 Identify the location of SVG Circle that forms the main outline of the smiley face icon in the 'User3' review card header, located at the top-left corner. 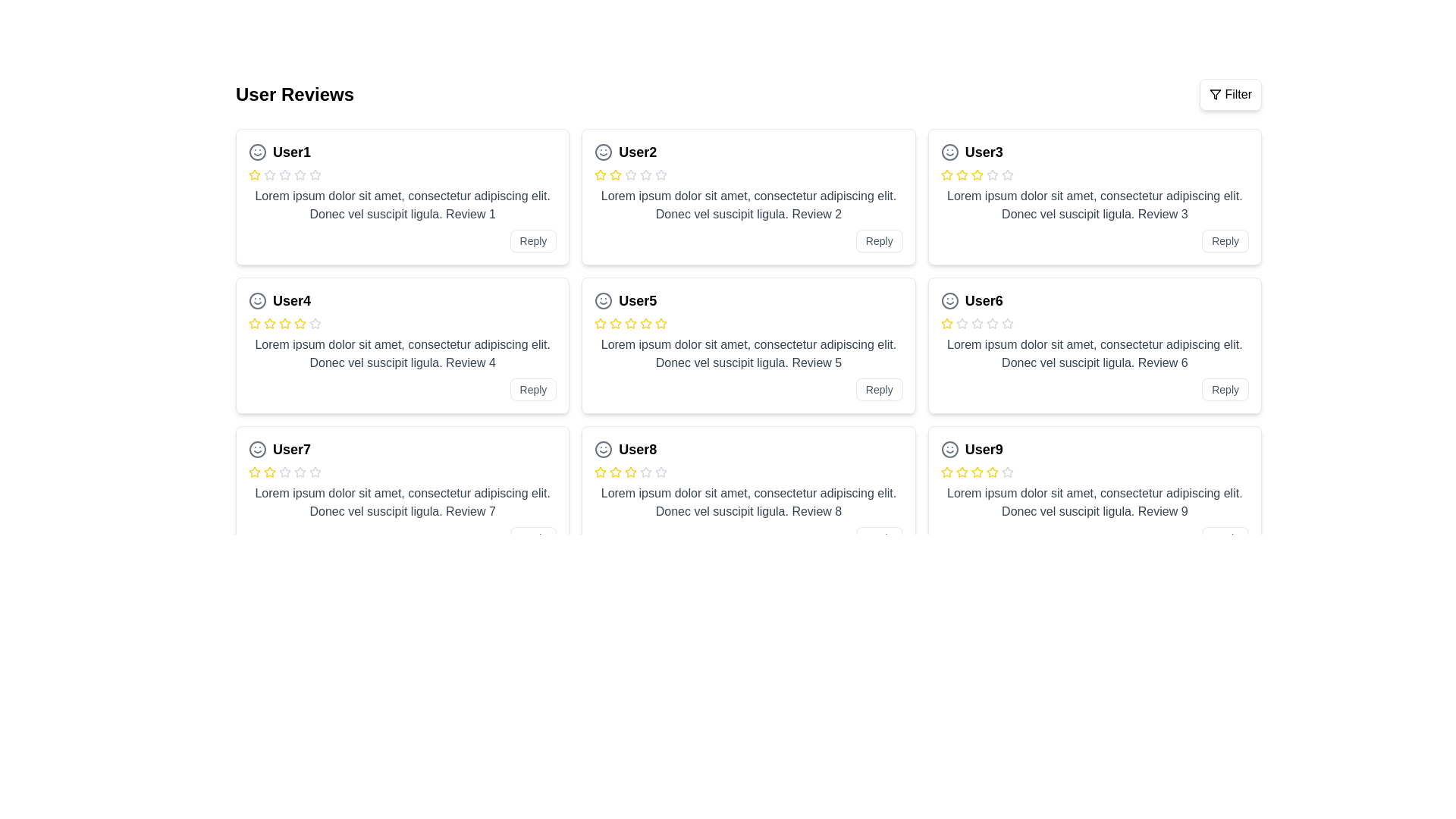
(949, 152).